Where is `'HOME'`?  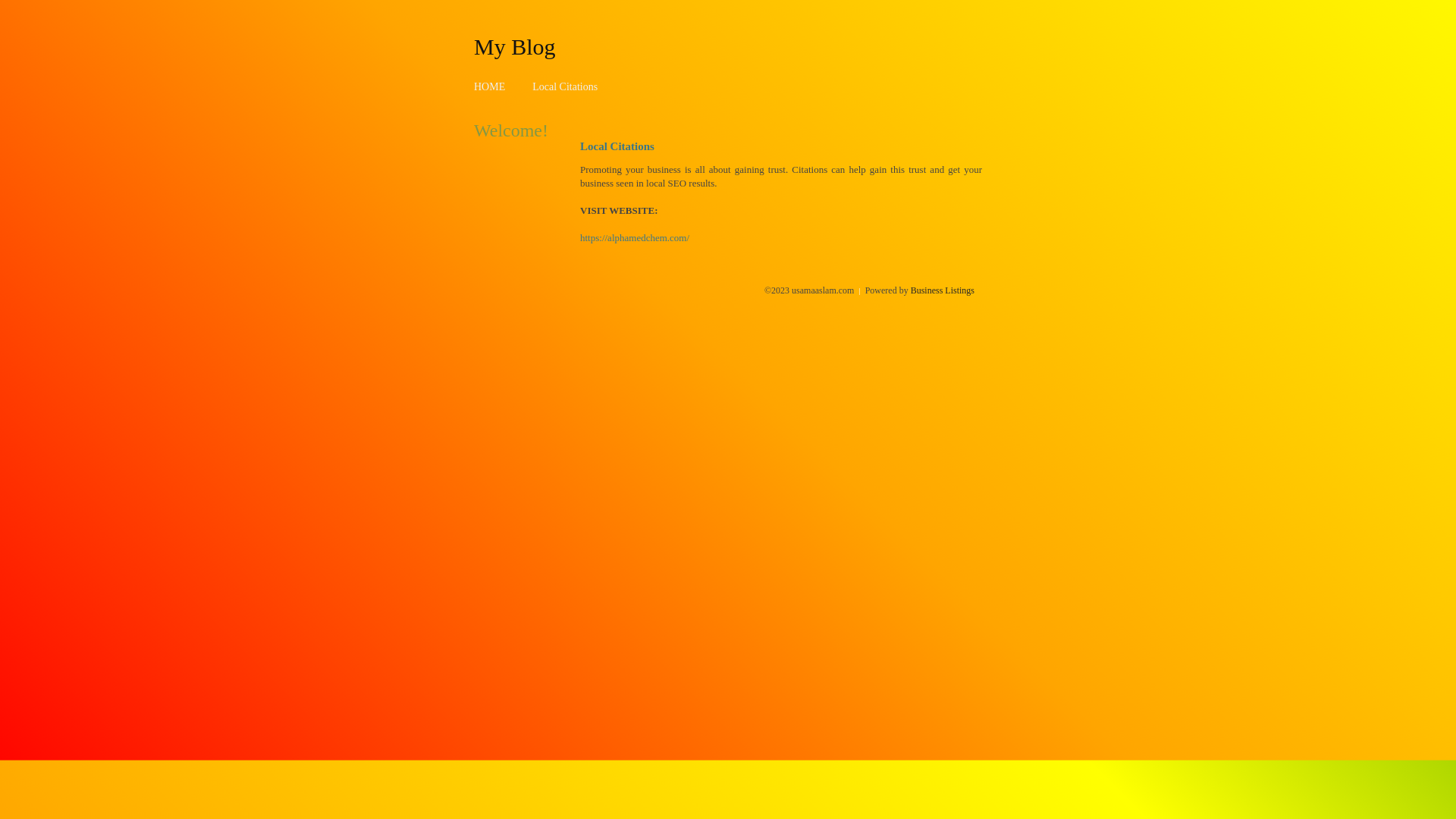
'HOME' is located at coordinates (489, 86).